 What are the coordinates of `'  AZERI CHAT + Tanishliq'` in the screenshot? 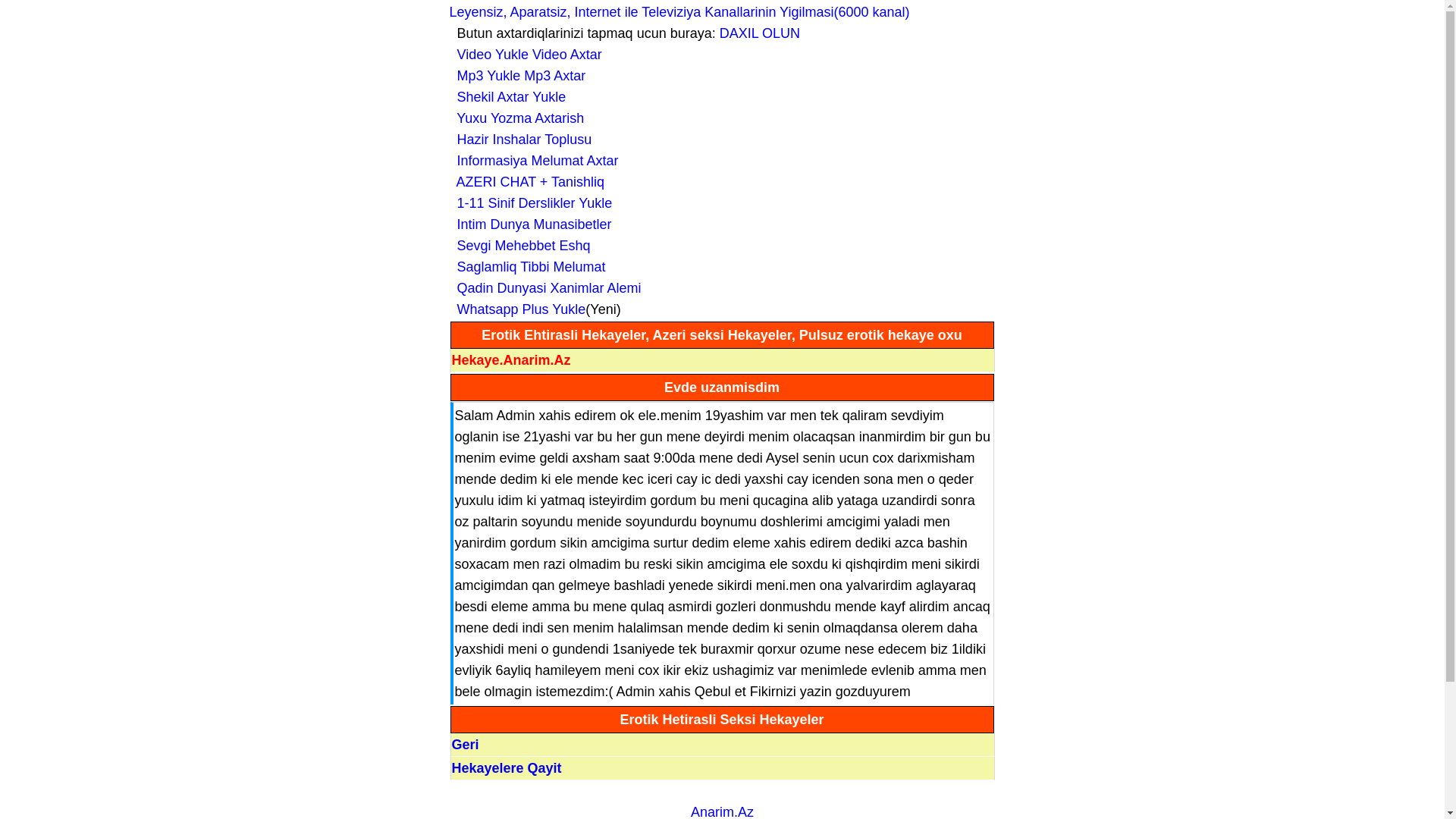 It's located at (526, 180).